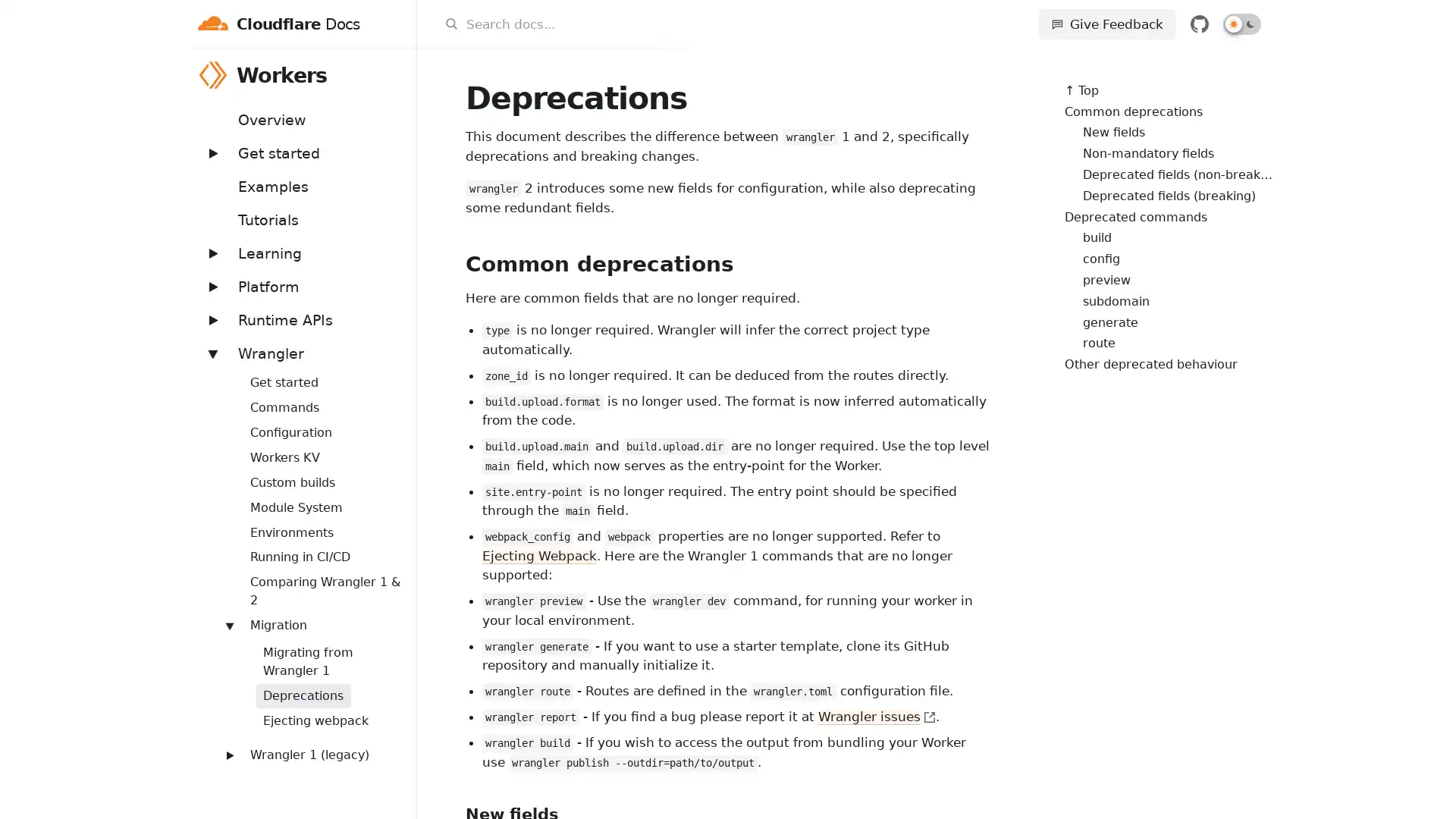  I want to click on Expand: Migration, so click(228, 625).